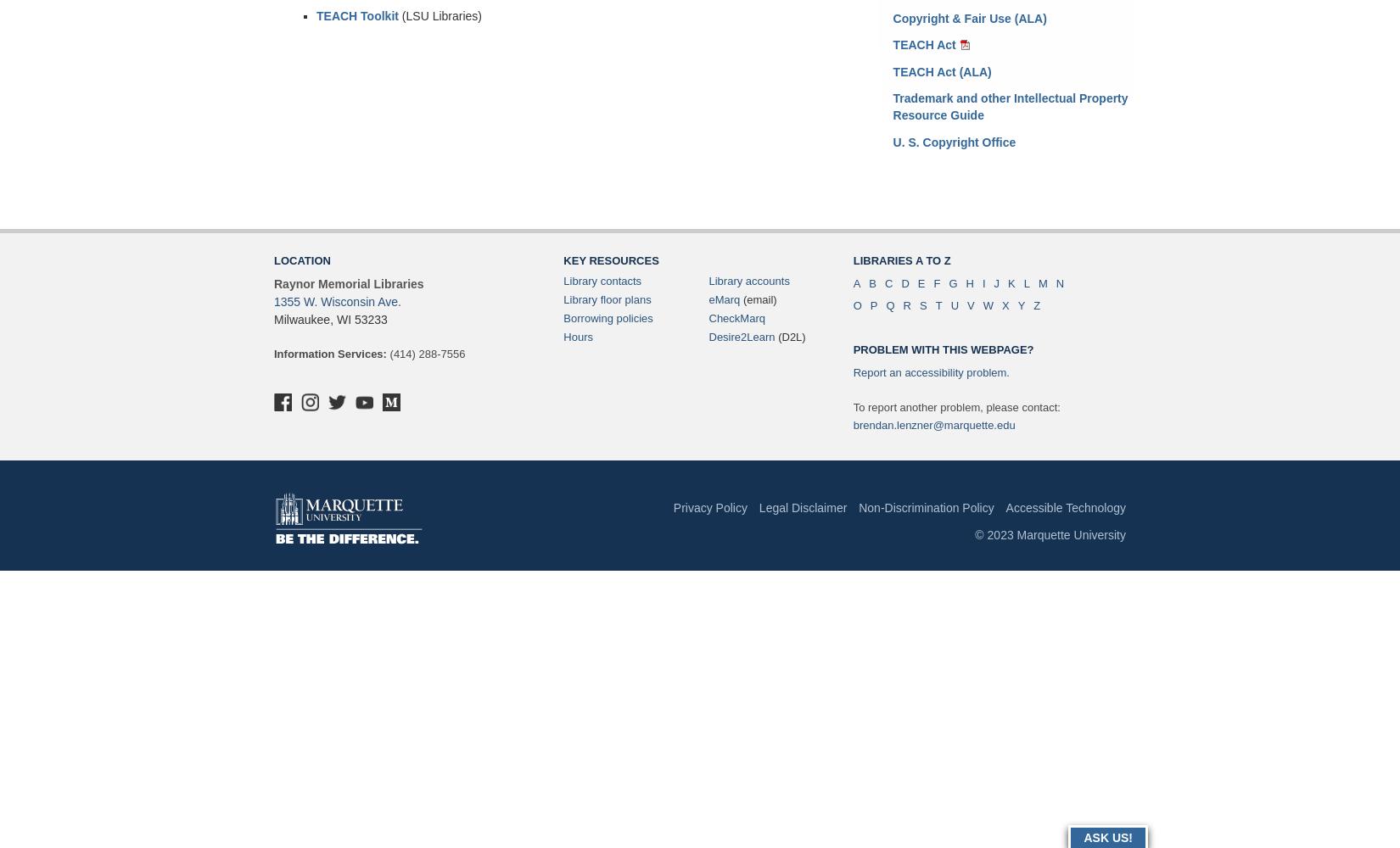 This screenshot has width=1400, height=848. Describe the element at coordinates (1106, 837) in the screenshot. I see `'Ask us!'` at that location.